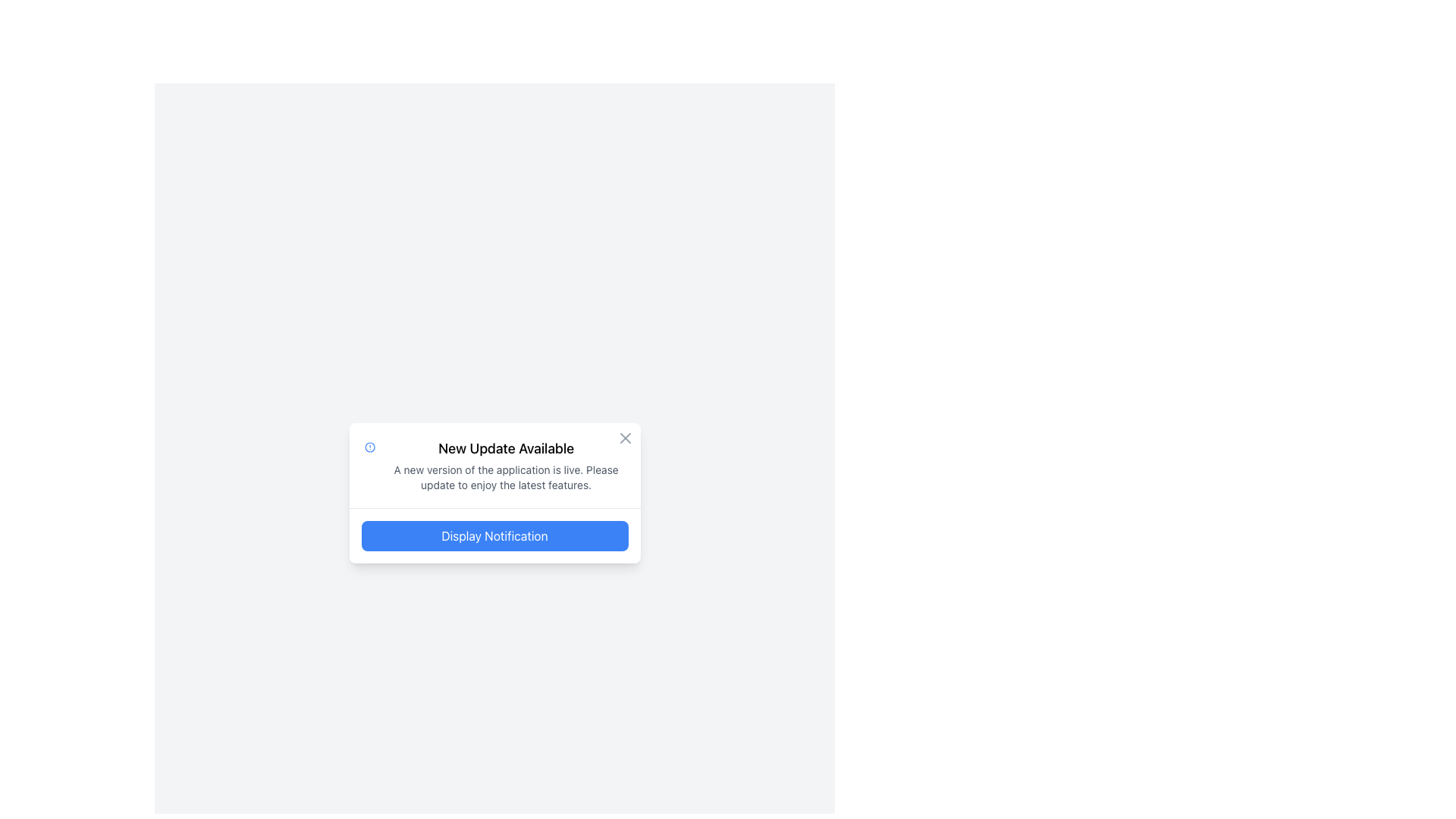 The width and height of the screenshot is (1456, 819). Describe the element at coordinates (506, 476) in the screenshot. I see `the muted gray text label that communicates the new version of the application being live, located directly below the 'New Update Available' header in the modal dialog` at that location.